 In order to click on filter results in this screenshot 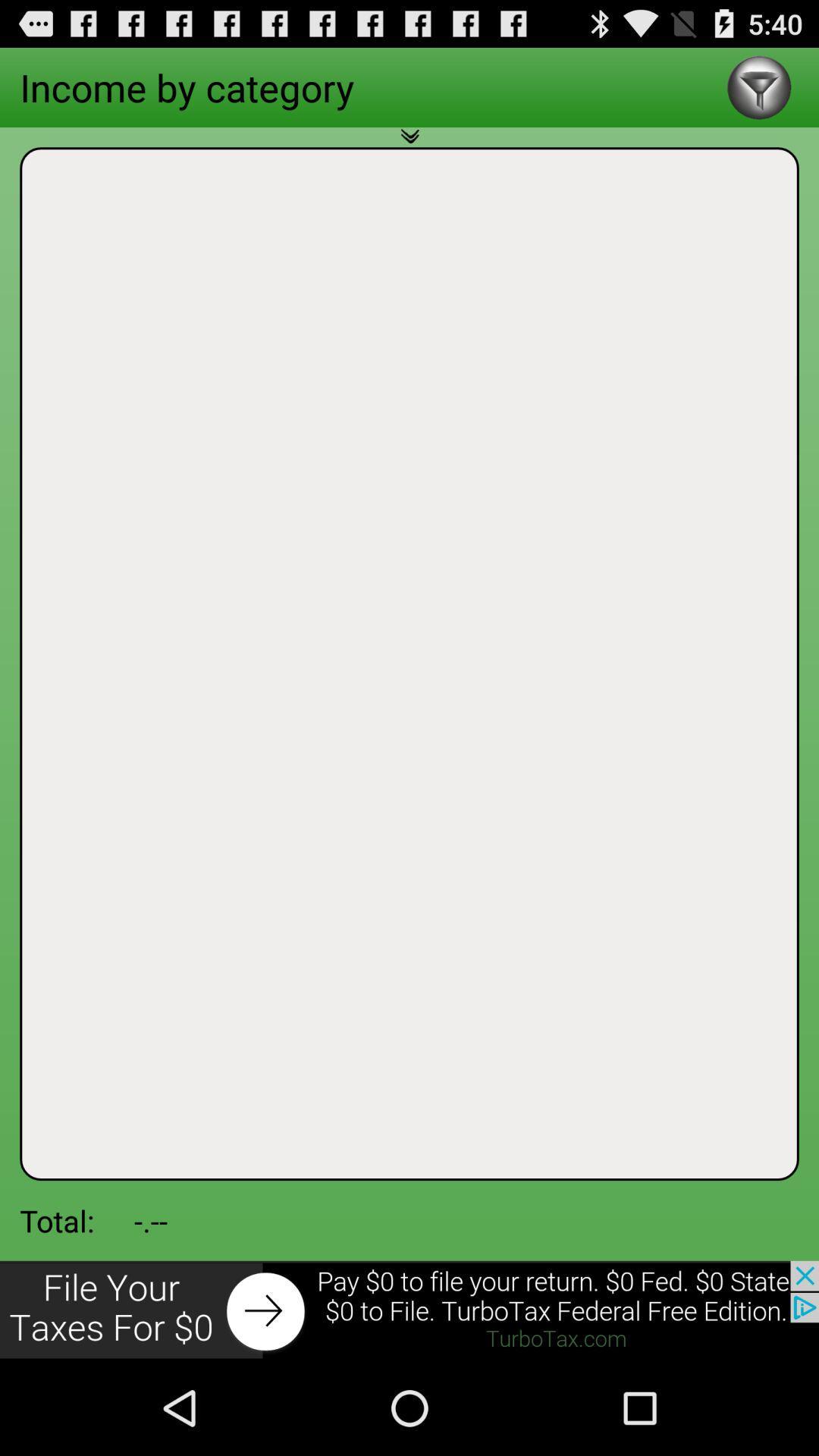, I will do `click(759, 86)`.